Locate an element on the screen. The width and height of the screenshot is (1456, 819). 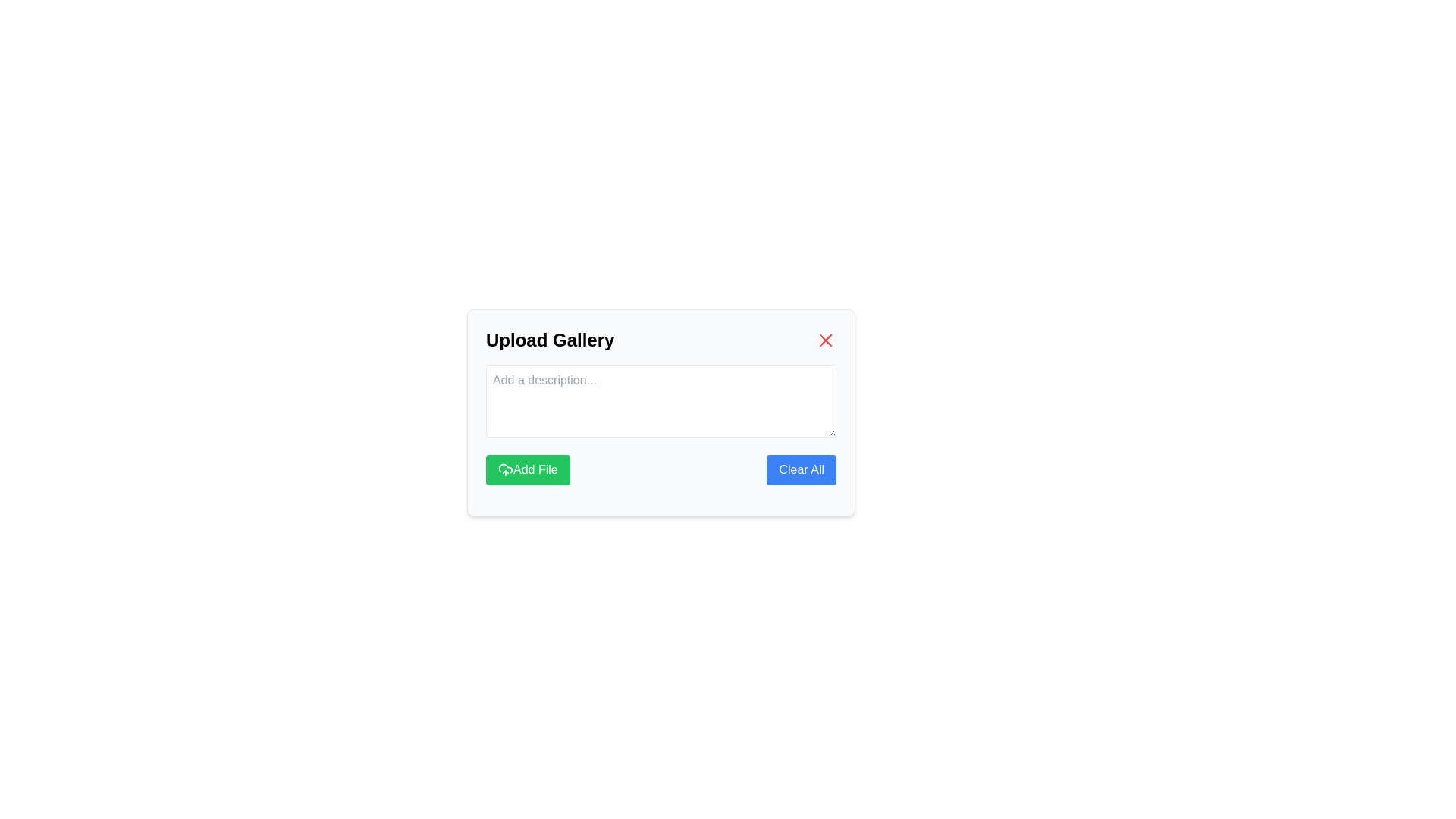
the 'Clear All' button, which is a rectangular button with a blue background and white text, located in the bottom-right corner of the pop-up modal is located at coordinates (801, 469).